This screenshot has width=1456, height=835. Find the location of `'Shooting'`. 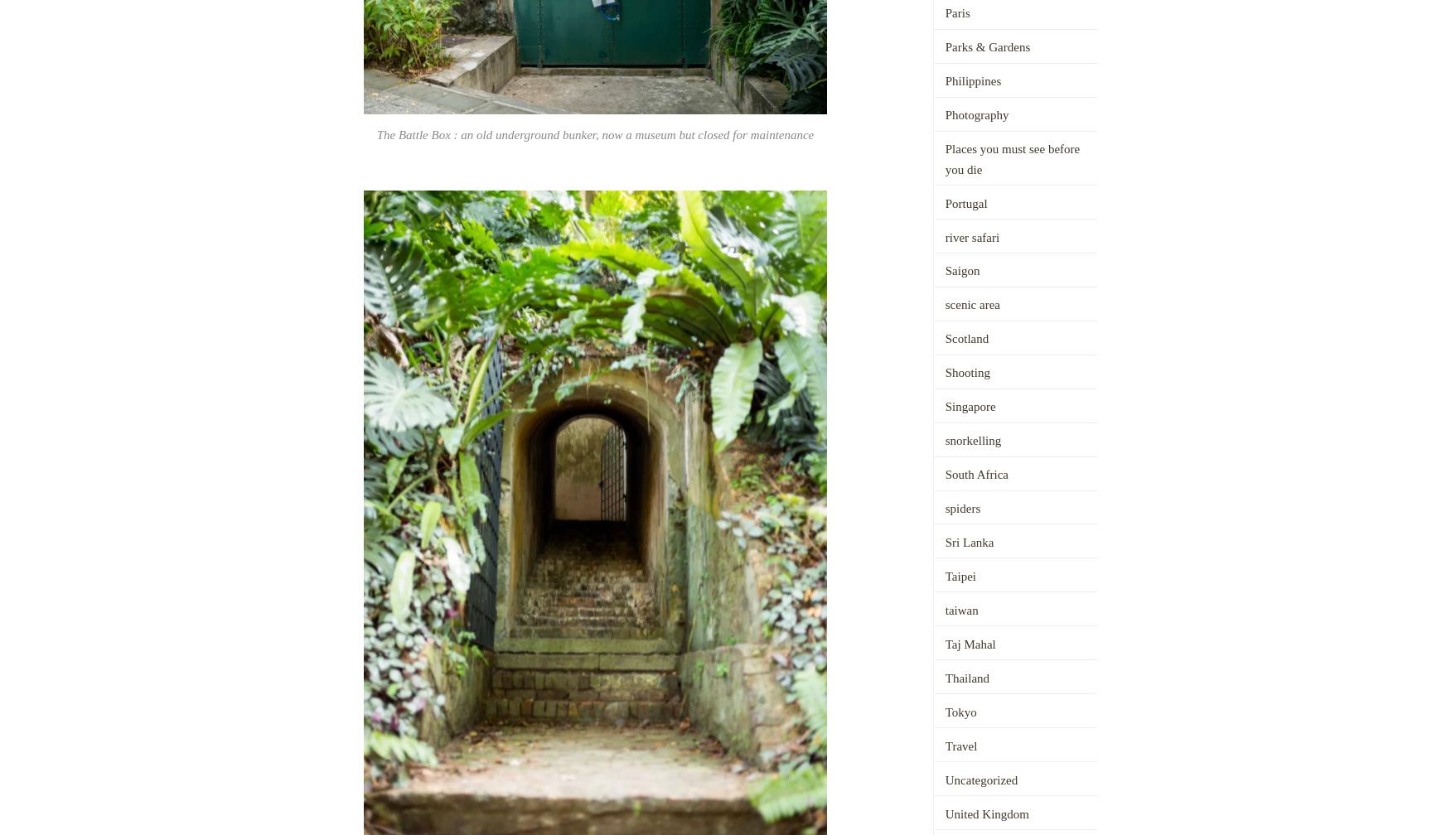

'Shooting' is located at coordinates (965, 372).